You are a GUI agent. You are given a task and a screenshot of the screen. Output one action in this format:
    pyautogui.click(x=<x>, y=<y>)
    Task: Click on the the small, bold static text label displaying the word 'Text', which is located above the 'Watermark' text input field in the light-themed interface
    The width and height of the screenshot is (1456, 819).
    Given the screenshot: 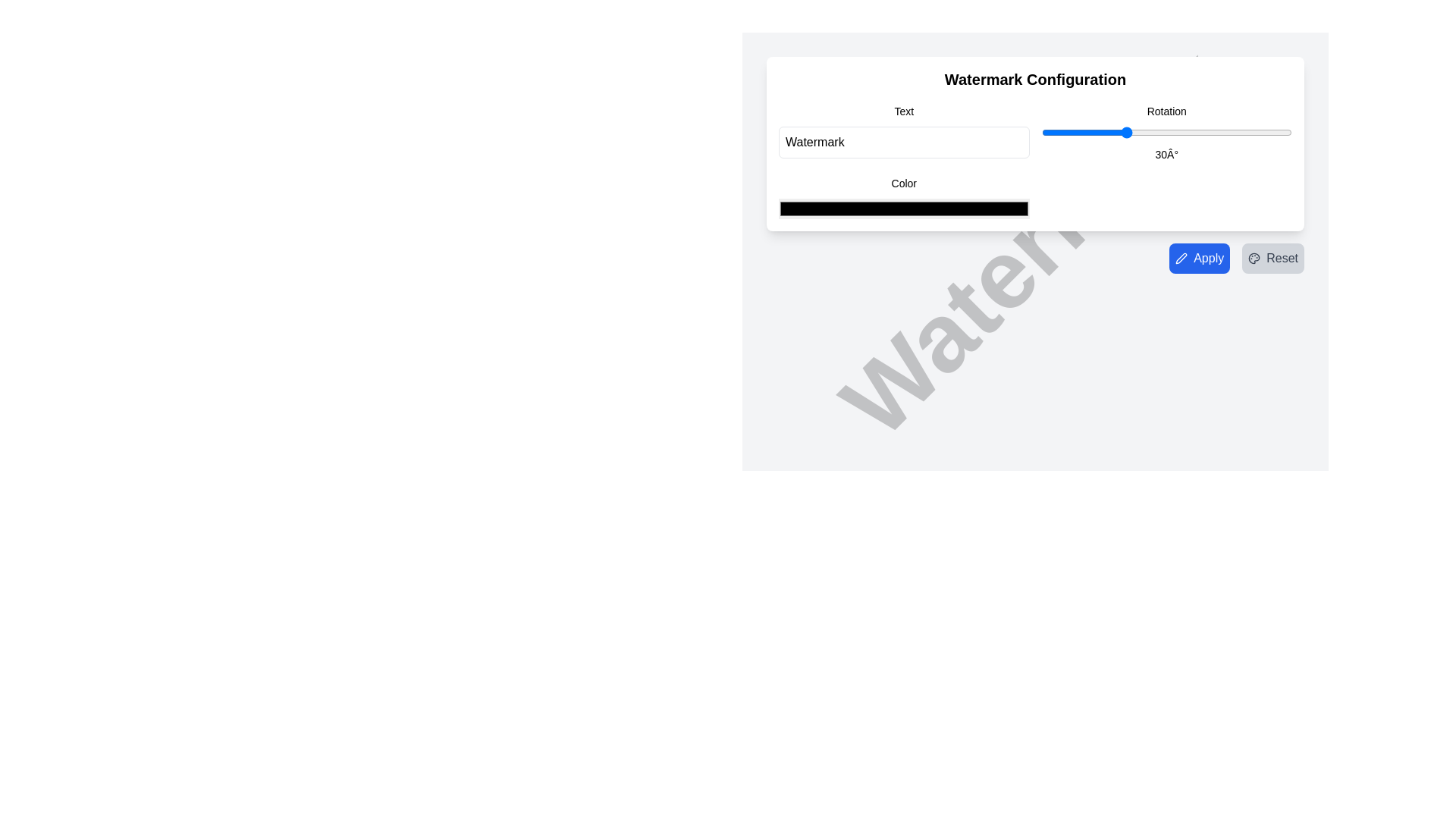 What is the action you would take?
    pyautogui.click(x=904, y=110)
    